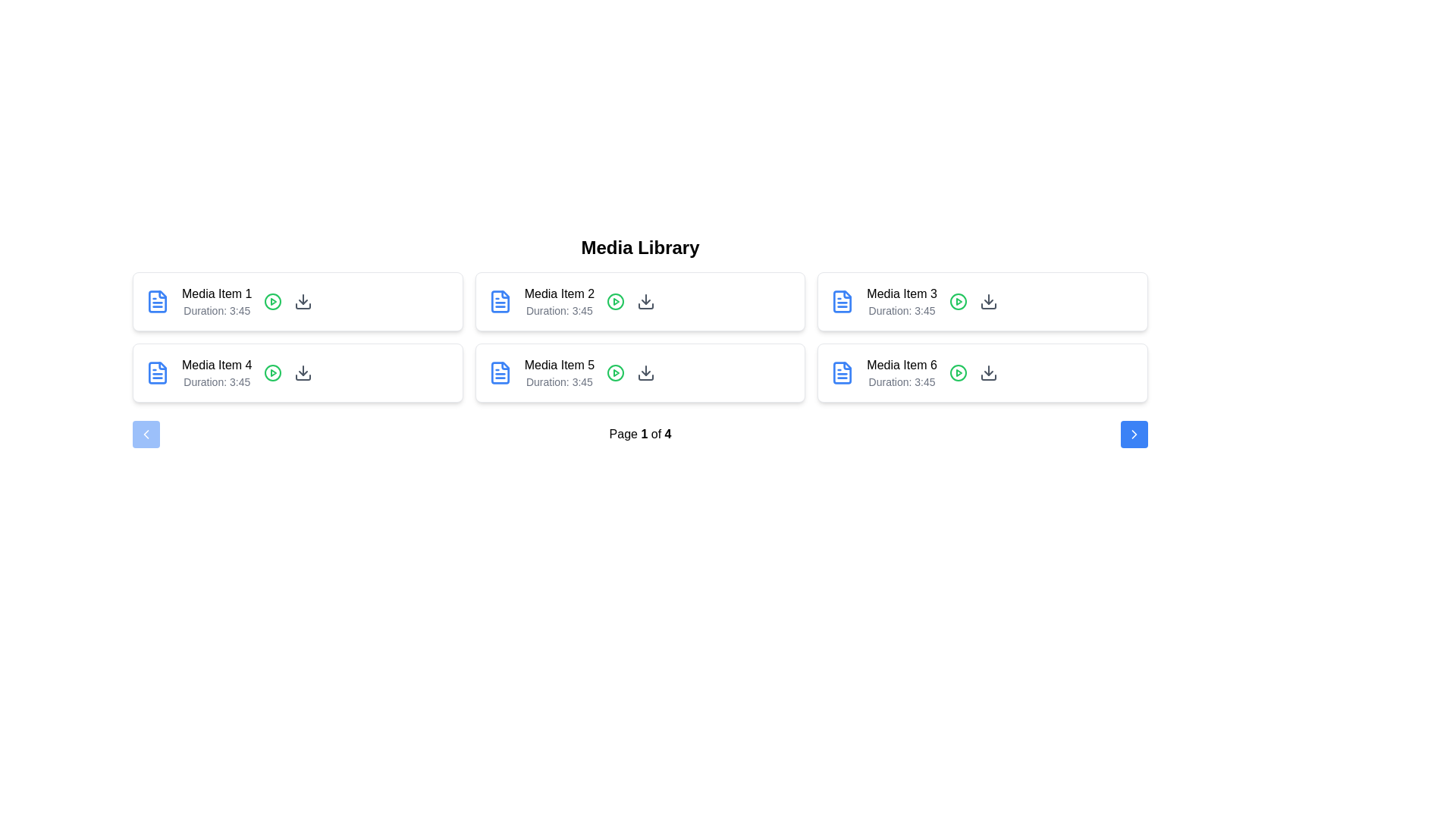 Image resolution: width=1456 pixels, height=819 pixels. I want to click on the Download icon, which is a gray download icon with an outlined arrow pointing downward, located next to the green play icon to the right of the 'Media Item 4' text, so click(303, 373).